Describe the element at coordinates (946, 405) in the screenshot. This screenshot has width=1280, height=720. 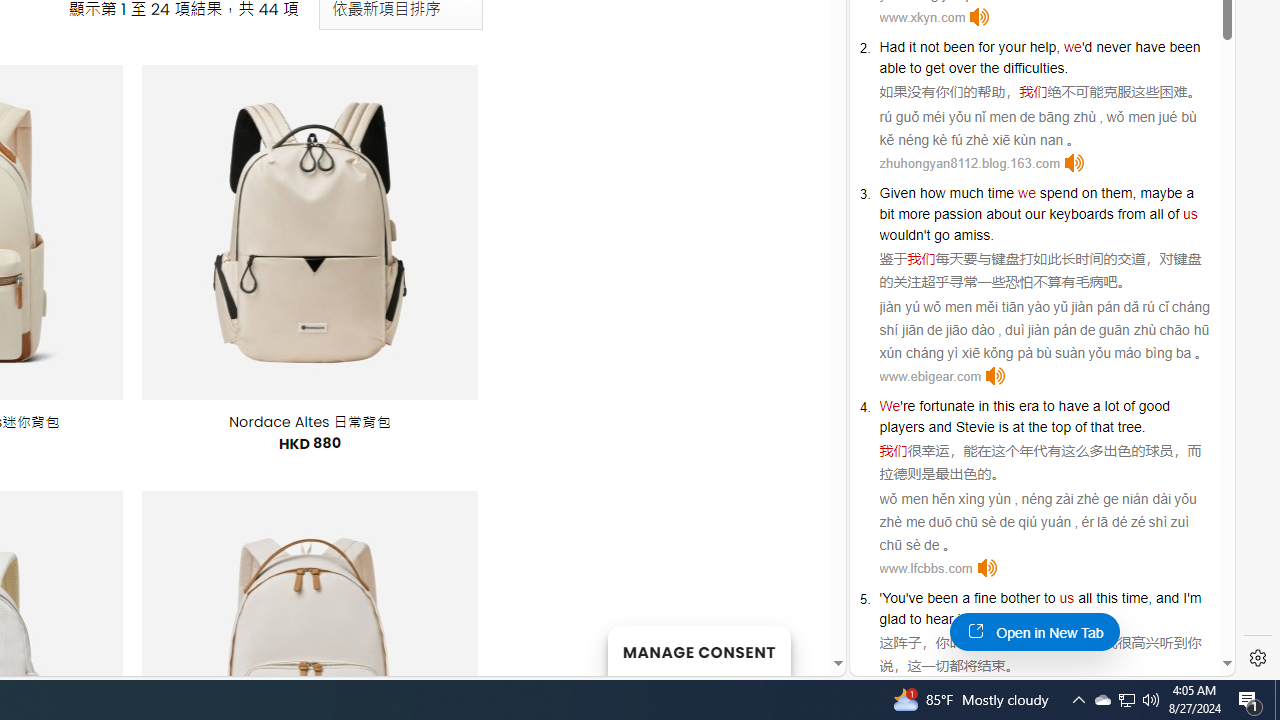
I see `'fortunate'` at that location.